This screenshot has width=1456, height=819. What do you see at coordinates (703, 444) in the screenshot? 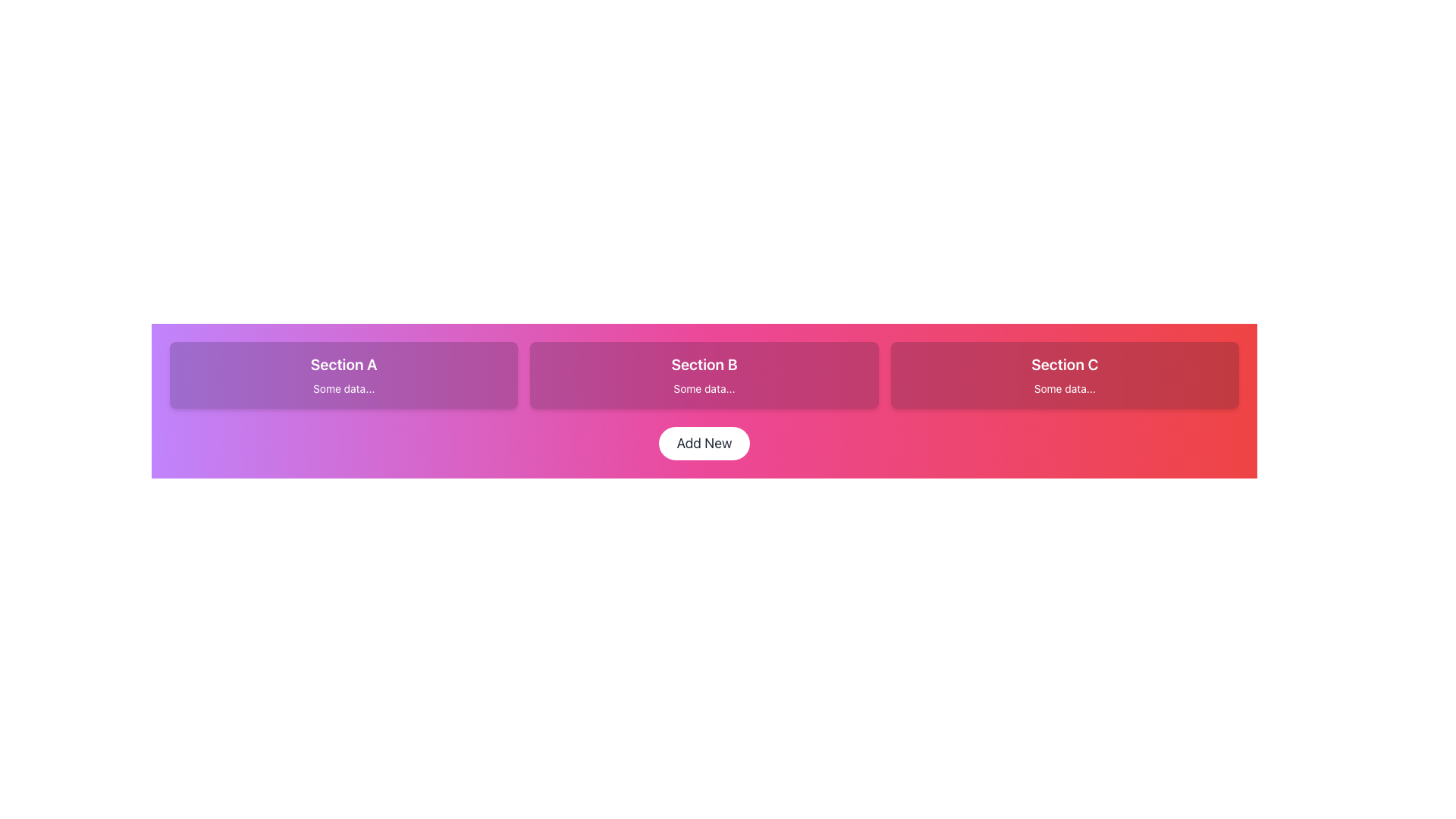
I see `the button at the bottom of the layout that initiates the action of adding a new item or entity` at bounding box center [703, 444].